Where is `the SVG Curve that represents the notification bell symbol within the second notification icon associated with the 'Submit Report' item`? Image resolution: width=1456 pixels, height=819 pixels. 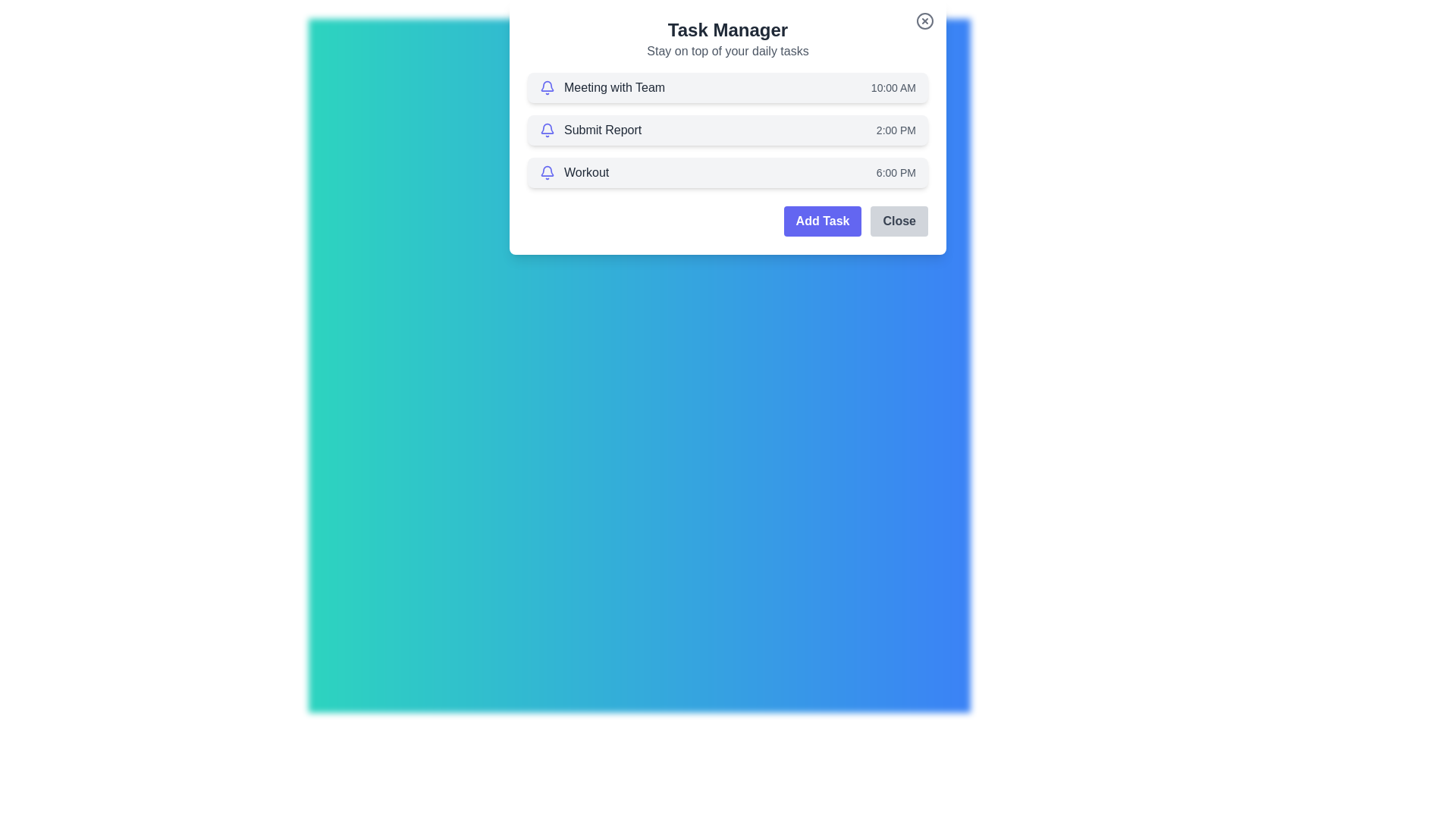 the SVG Curve that represents the notification bell symbol within the second notification icon associated with the 'Submit Report' item is located at coordinates (546, 127).